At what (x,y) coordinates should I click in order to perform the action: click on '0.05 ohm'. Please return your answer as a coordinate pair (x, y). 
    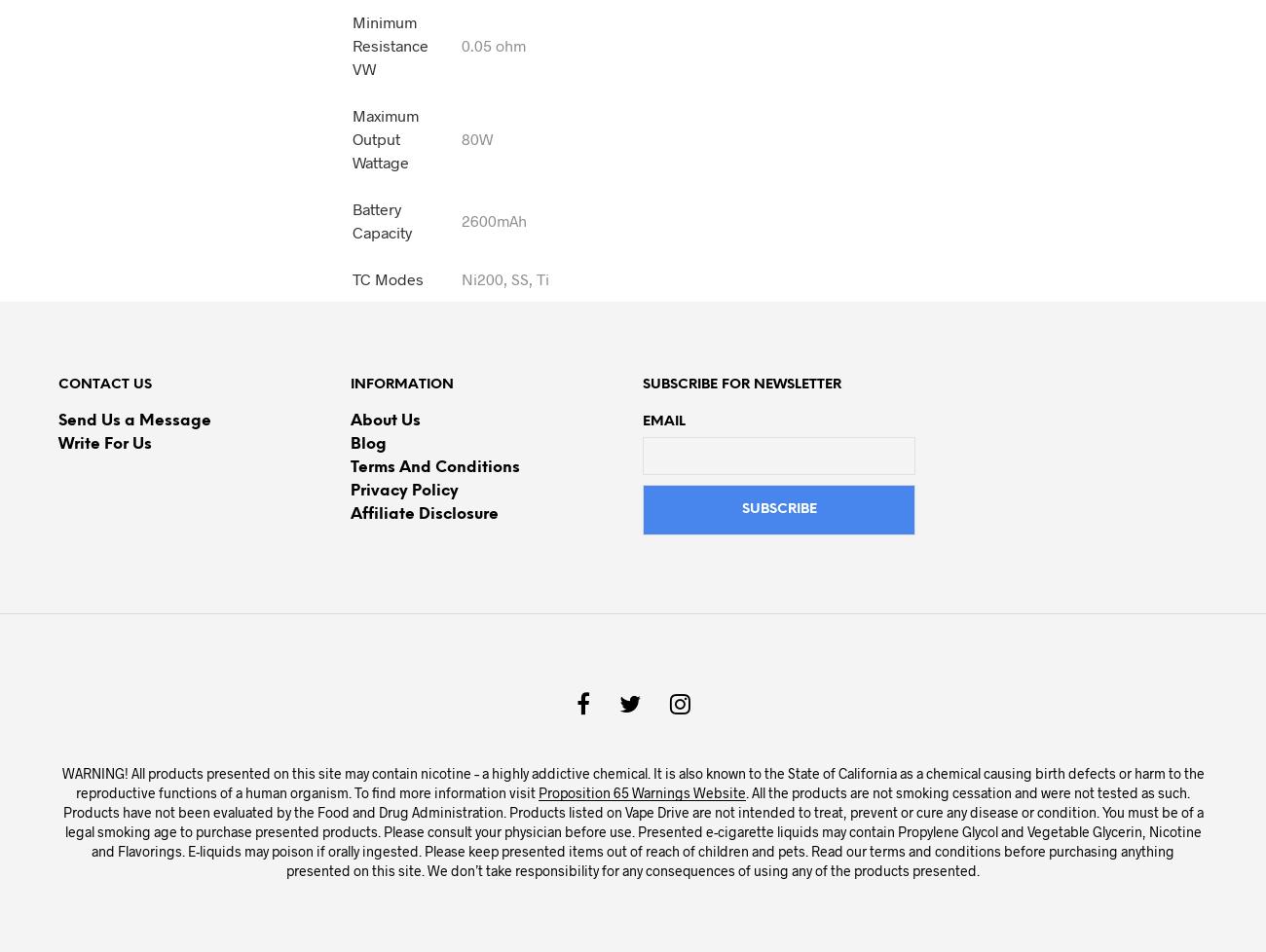
    Looking at the image, I should click on (494, 44).